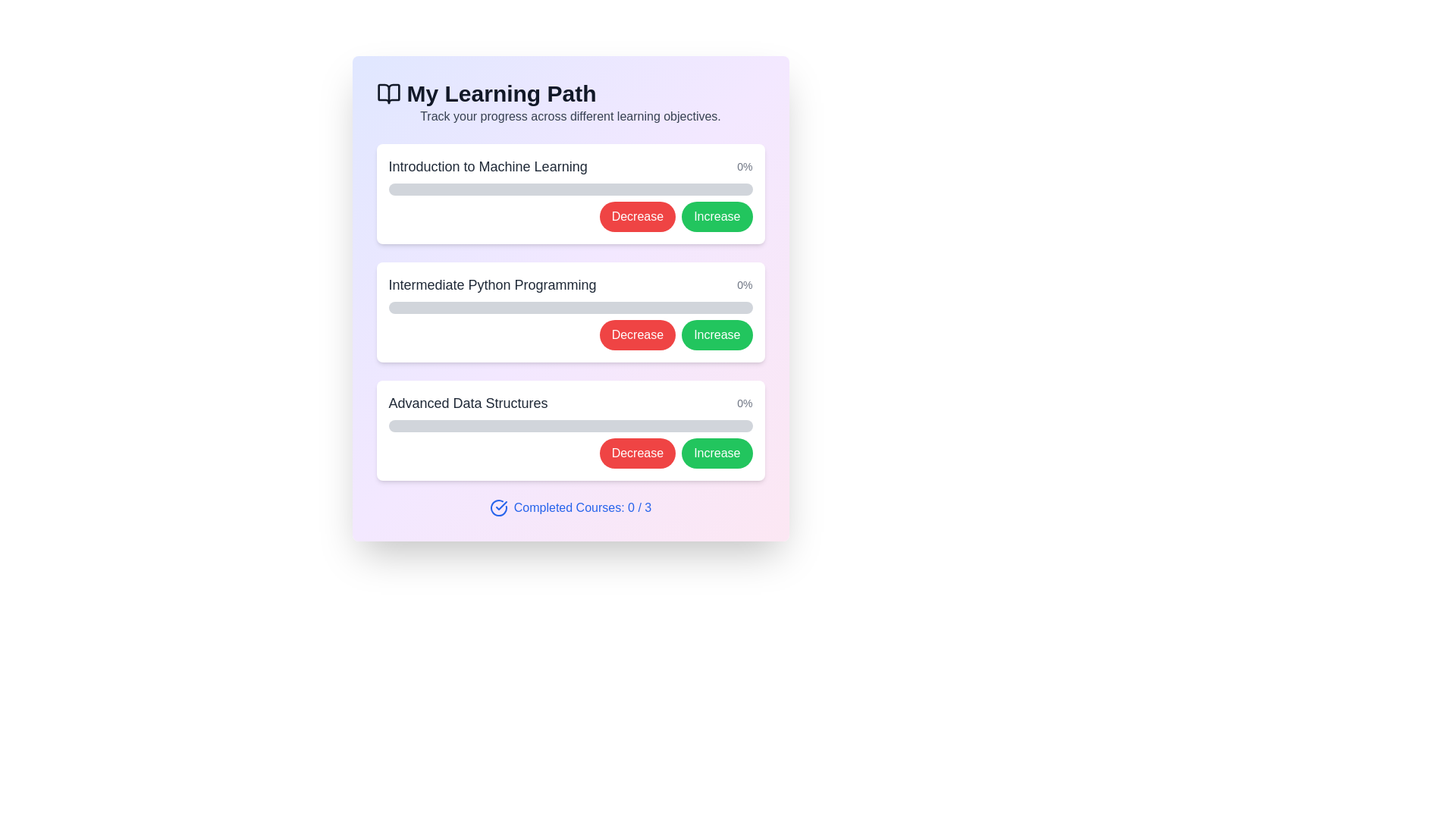 The width and height of the screenshot is (1456, 819). Describe the element at coordinates (637, 216) in the screenshot. I see `the first rounded rectangular button with a red background and white text labeled 'Decrease' located in the top section of a list of progress trackers, positioned immediately to the right of a progress bar and to the left of an 'Increase' button` at that location.